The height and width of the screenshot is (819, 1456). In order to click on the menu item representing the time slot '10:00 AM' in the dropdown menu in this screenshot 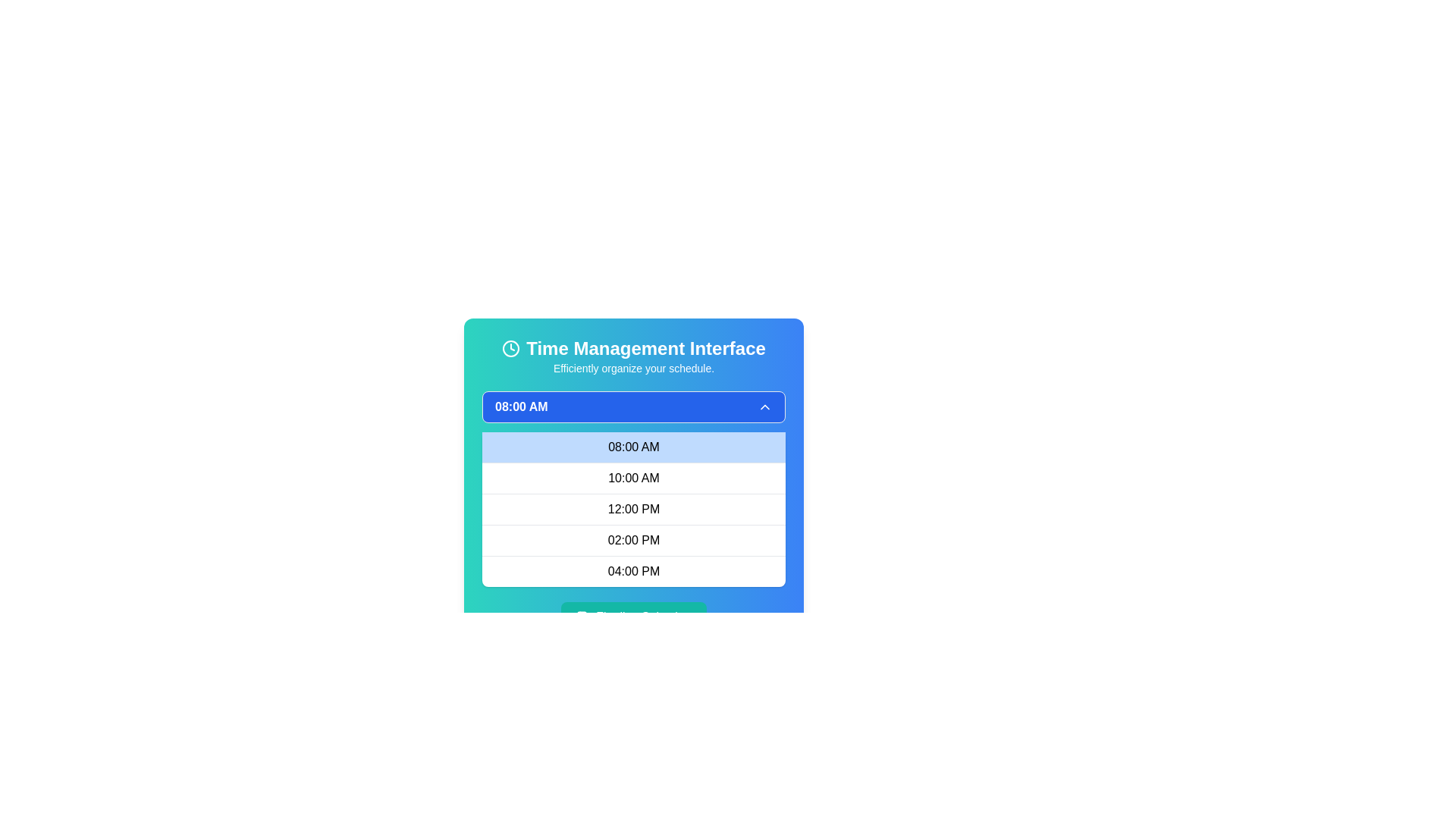, I will do `click(633, 478)`.